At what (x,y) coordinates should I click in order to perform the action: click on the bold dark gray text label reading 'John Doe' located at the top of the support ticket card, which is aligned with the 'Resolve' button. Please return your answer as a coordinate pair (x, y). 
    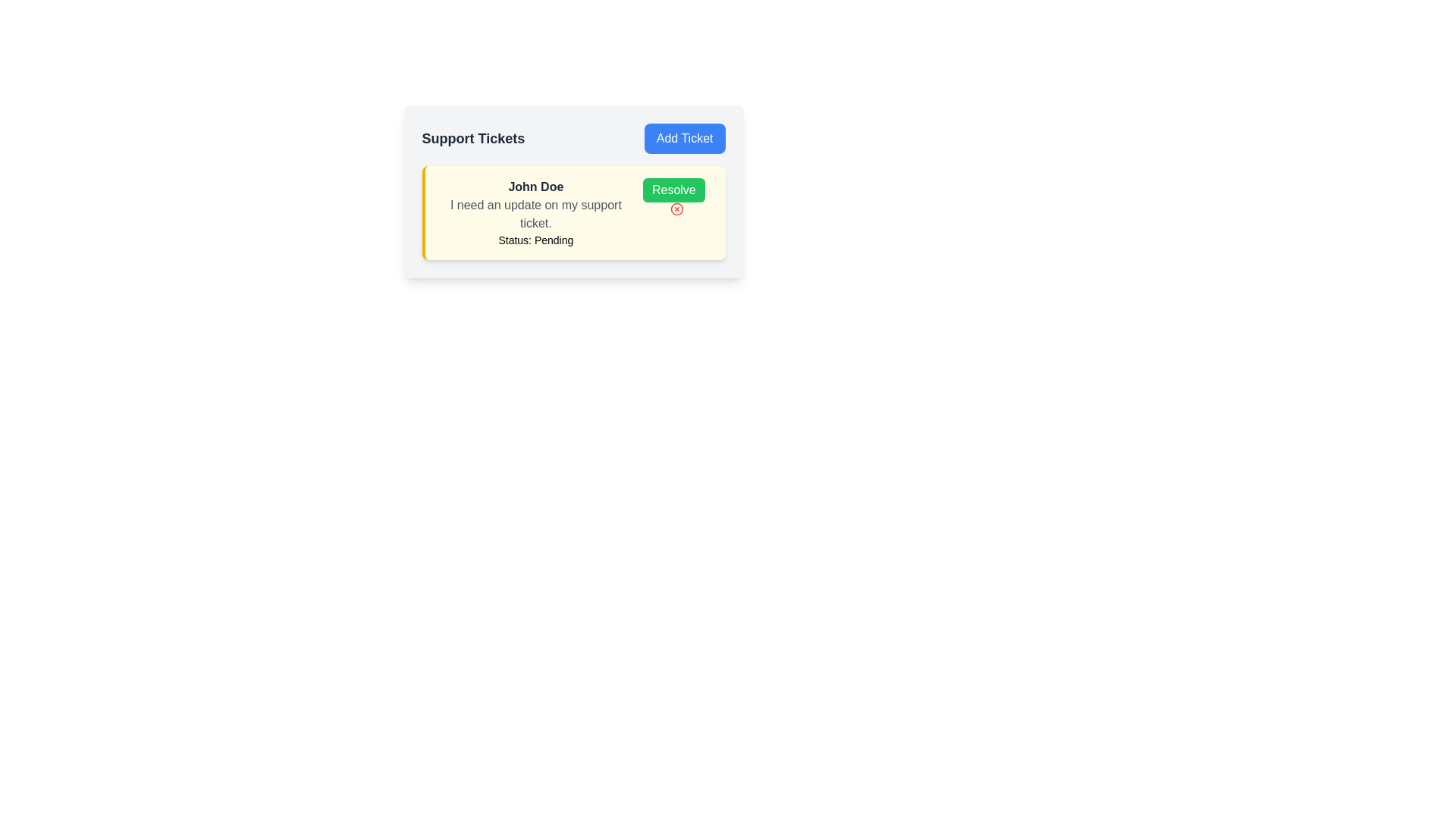
    Looking at the image, I should click on (535, 186).